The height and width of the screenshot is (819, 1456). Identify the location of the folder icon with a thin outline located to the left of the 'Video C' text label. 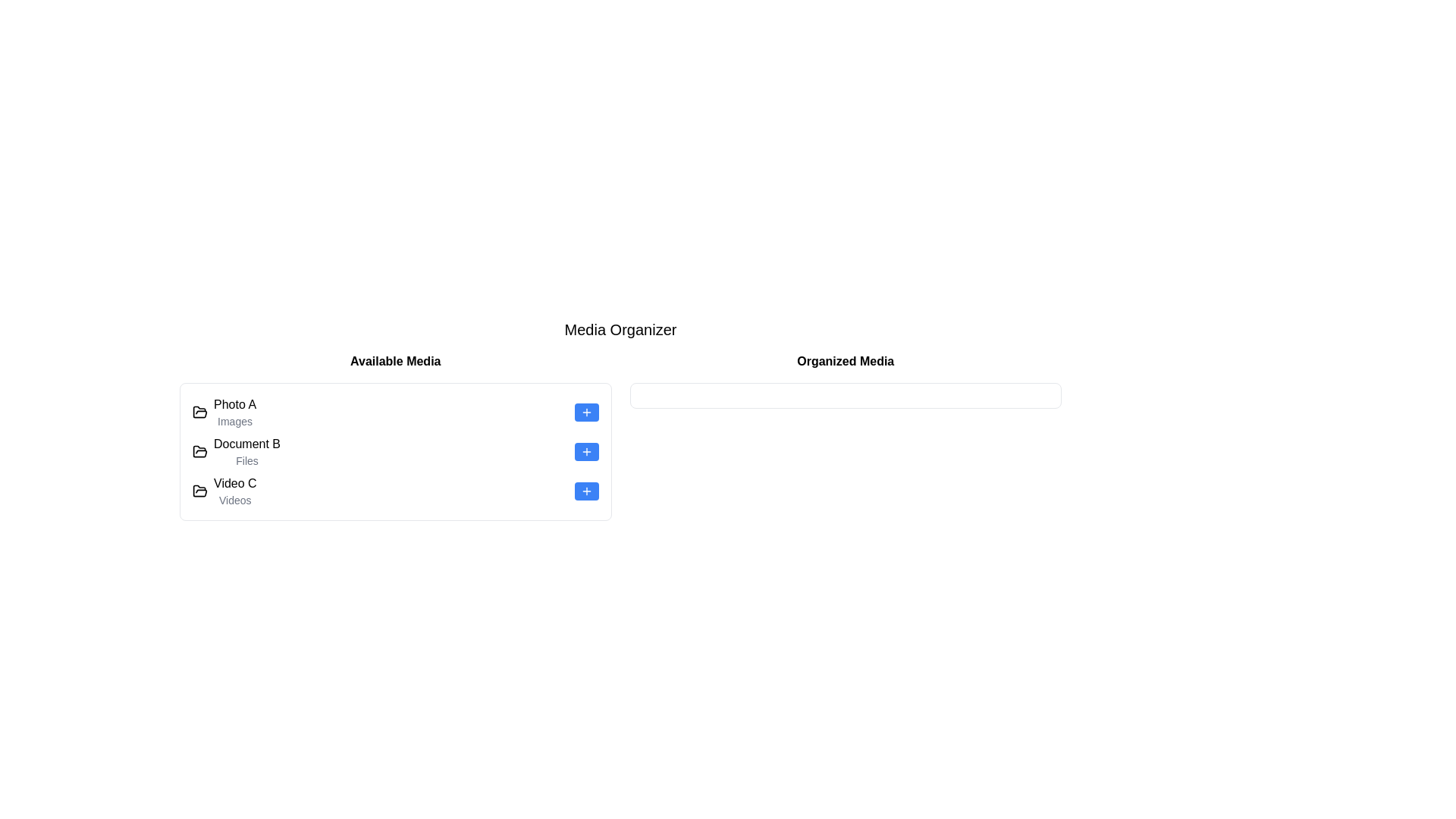
(199, 491).